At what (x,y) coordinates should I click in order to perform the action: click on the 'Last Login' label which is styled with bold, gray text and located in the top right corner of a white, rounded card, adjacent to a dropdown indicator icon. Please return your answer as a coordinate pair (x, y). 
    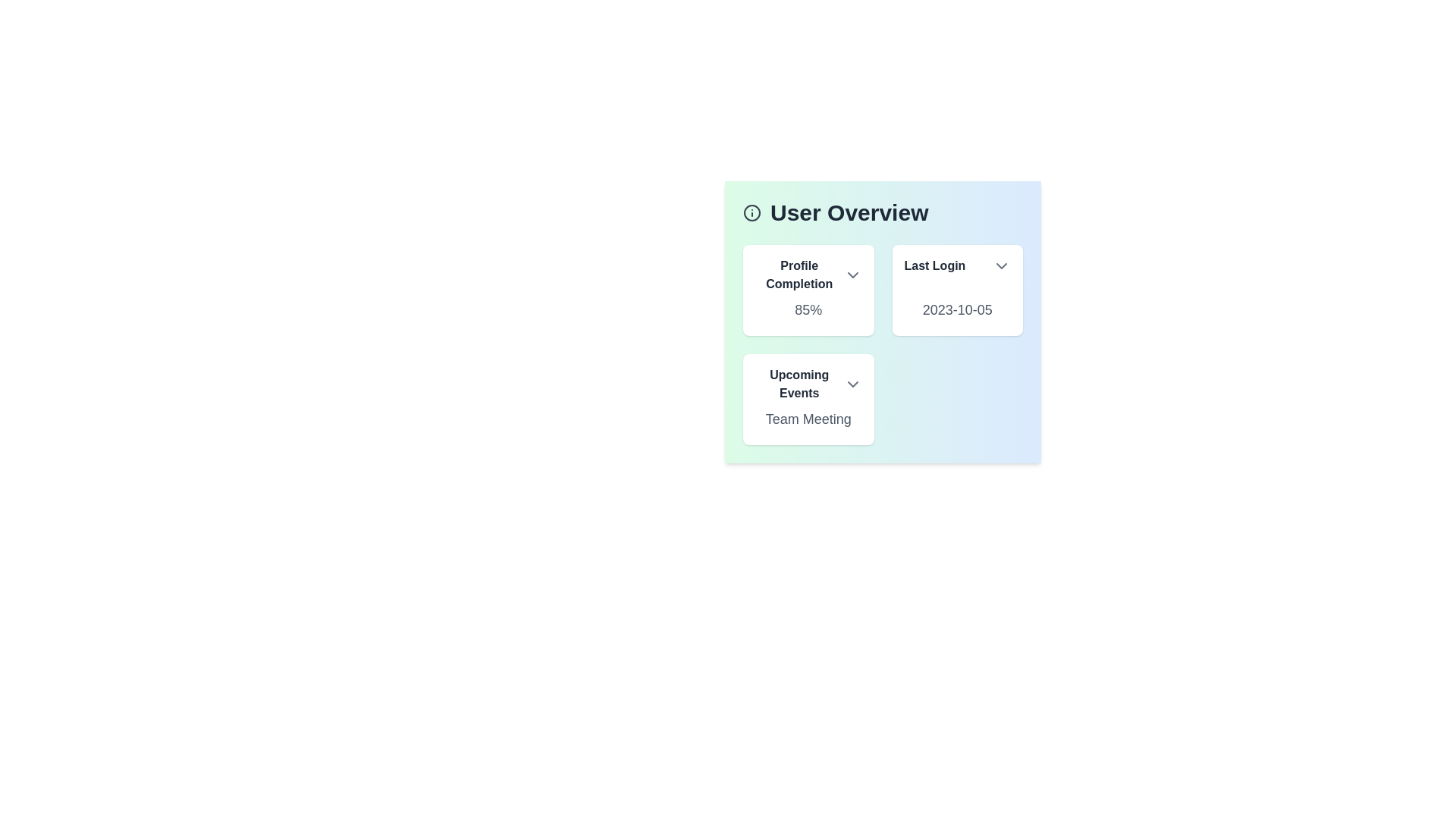
    Looking at the image, I should click on (956, 265).